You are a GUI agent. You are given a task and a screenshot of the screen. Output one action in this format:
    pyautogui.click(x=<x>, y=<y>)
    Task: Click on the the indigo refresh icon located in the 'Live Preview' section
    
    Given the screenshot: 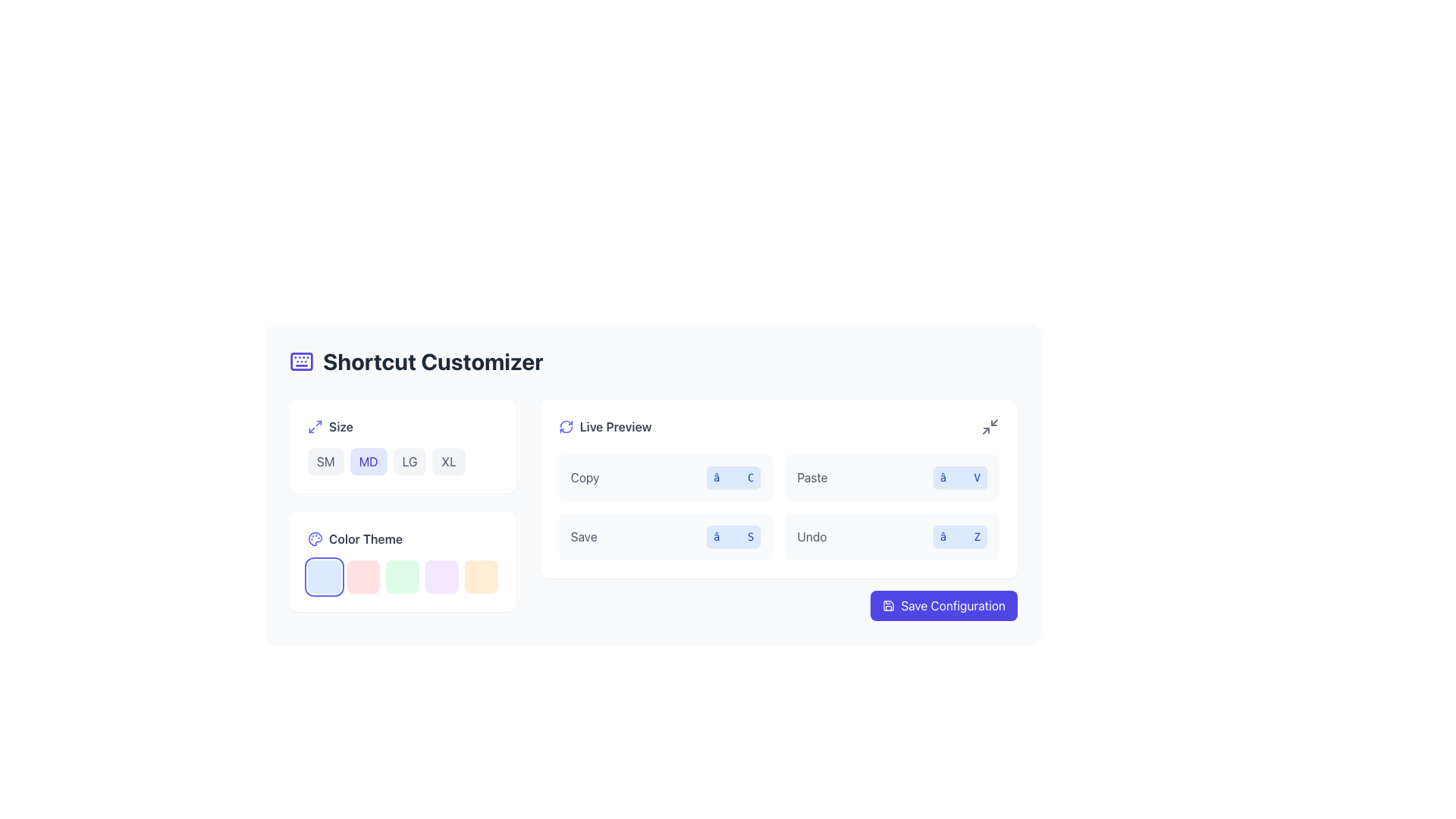 What is the action you would take?
    pyautogui.click(x=565, y=427)
    